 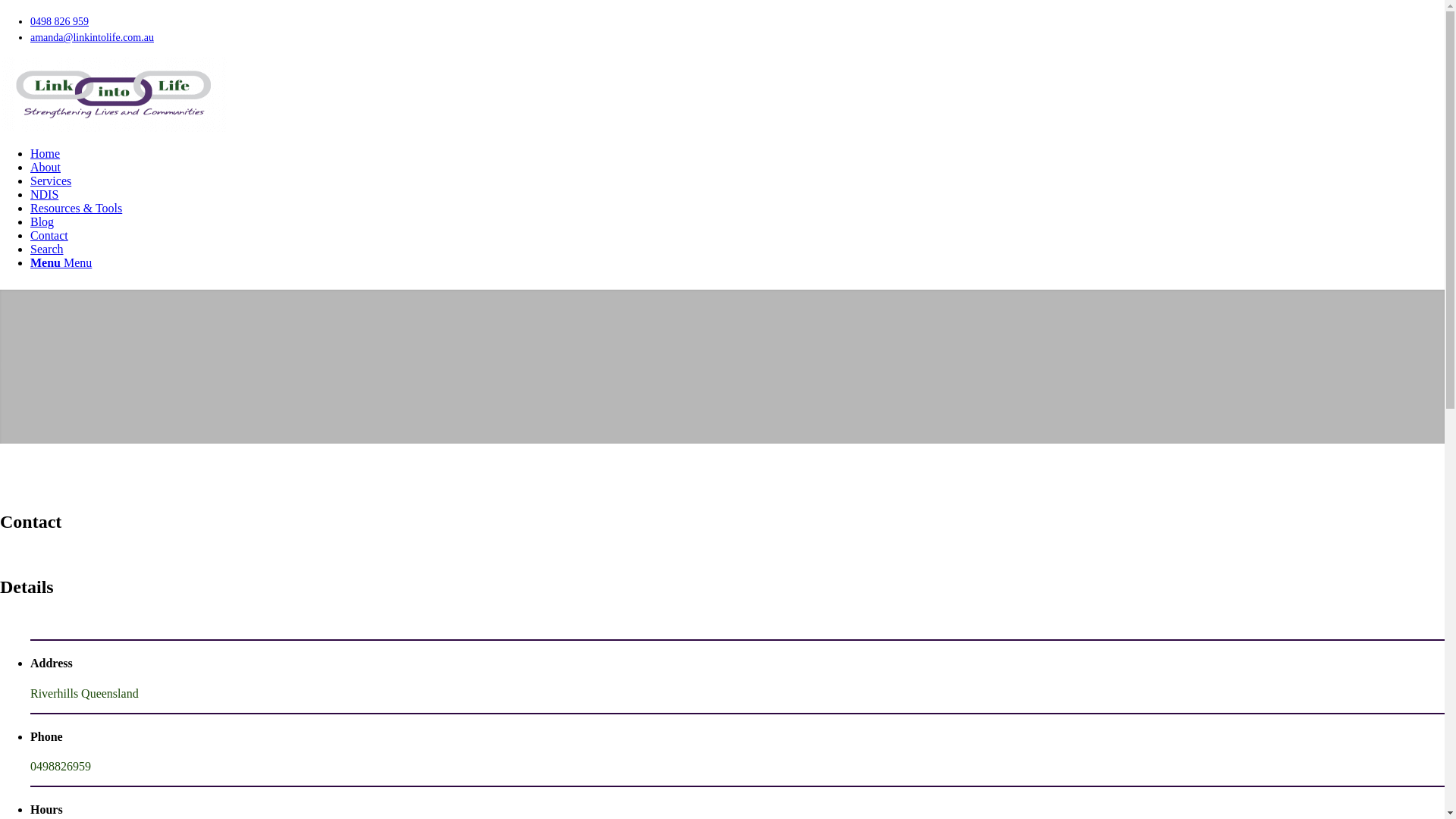 What do you see at coordinates (51, 180) in the screenshot?
I see `'Services'` at bounding box center [51, 180].